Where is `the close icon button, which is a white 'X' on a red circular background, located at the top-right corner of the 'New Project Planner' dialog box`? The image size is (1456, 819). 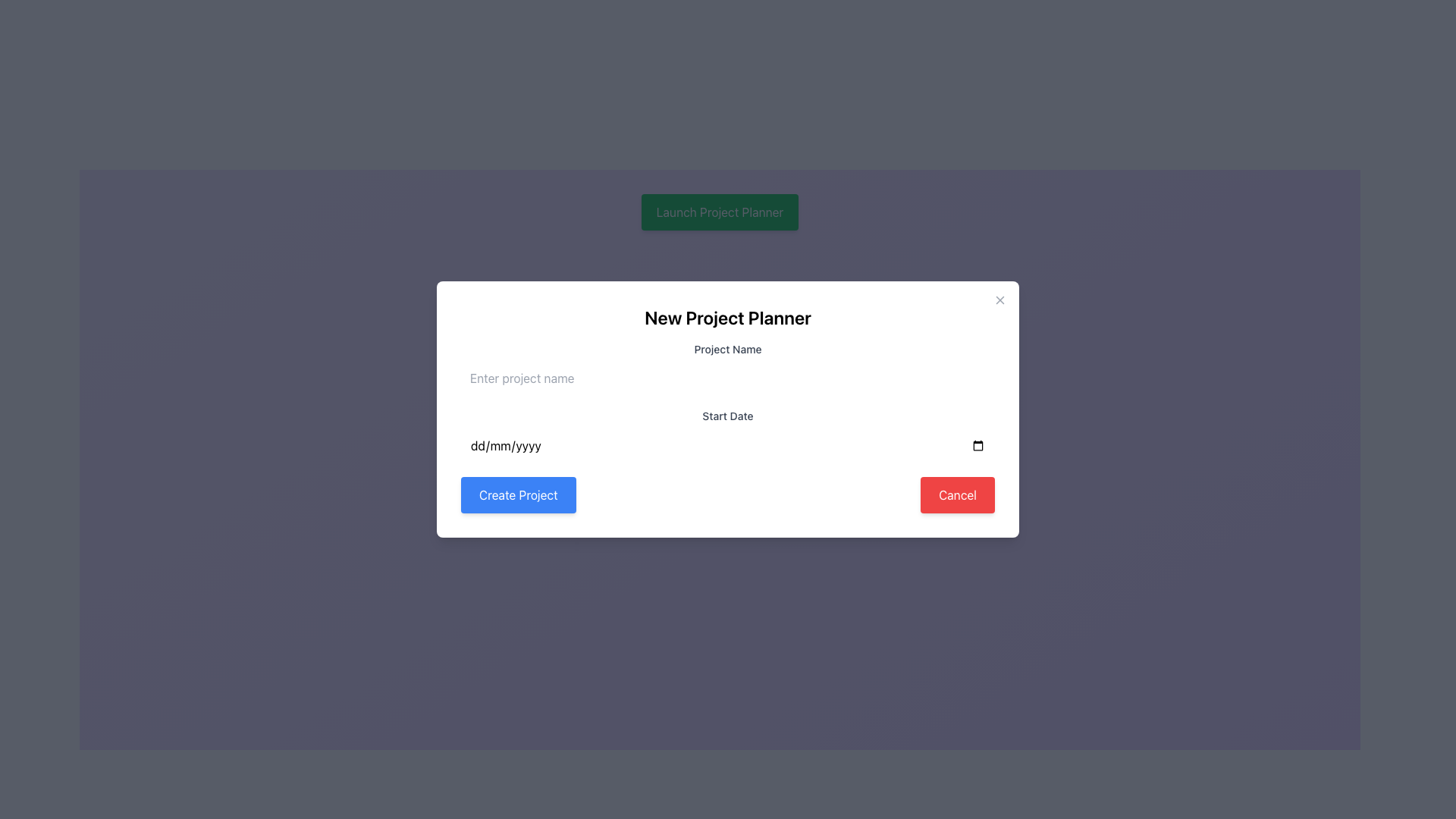 the close icon button, which is a white 'X' on a red circular background, located at the top-right corner of the 'New Project Planner' dialog box is located at coordinates (1000, 300).